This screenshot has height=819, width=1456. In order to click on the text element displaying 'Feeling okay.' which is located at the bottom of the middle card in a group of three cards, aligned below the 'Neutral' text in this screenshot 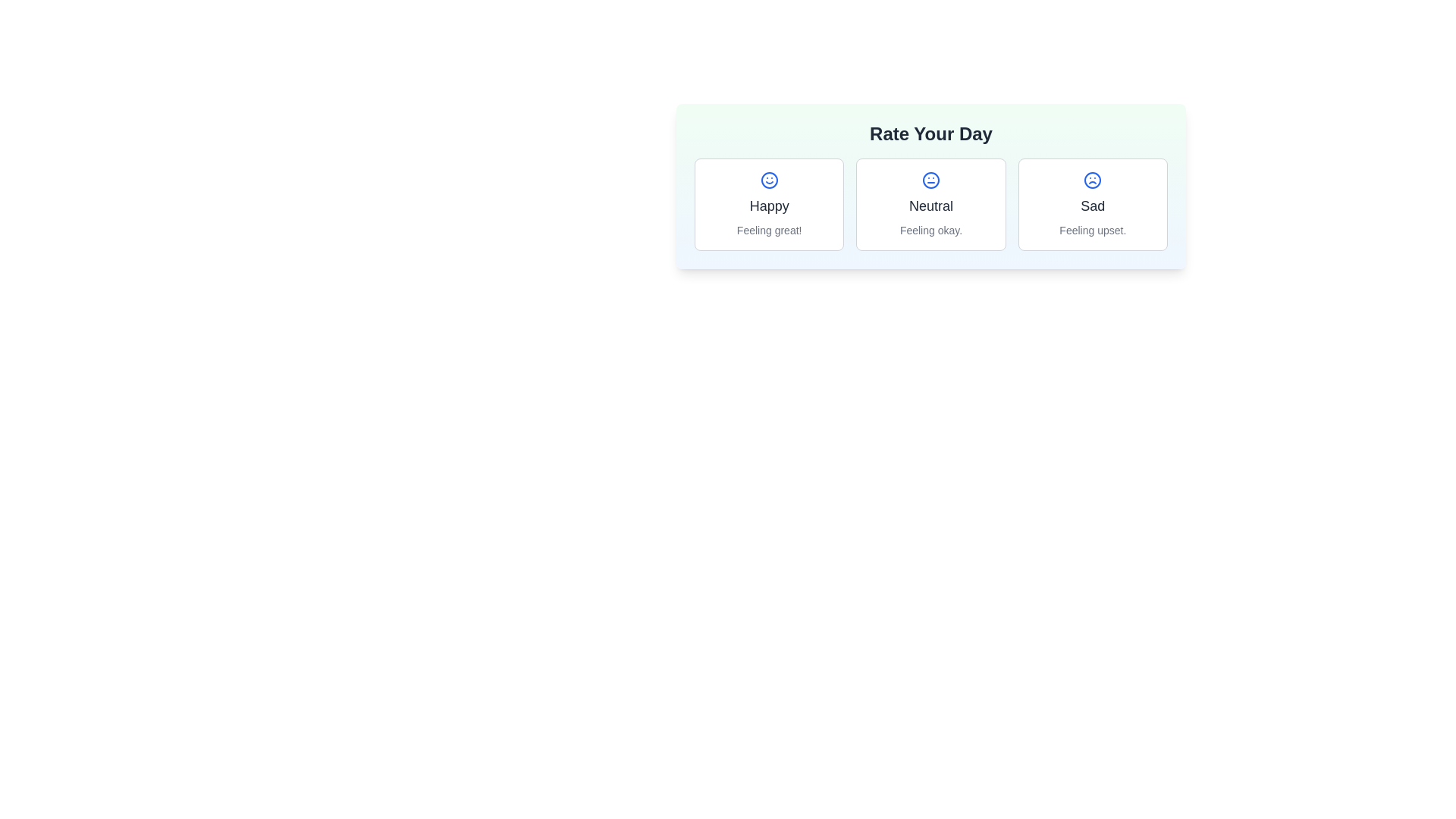, I will do `click(930, 231)`.